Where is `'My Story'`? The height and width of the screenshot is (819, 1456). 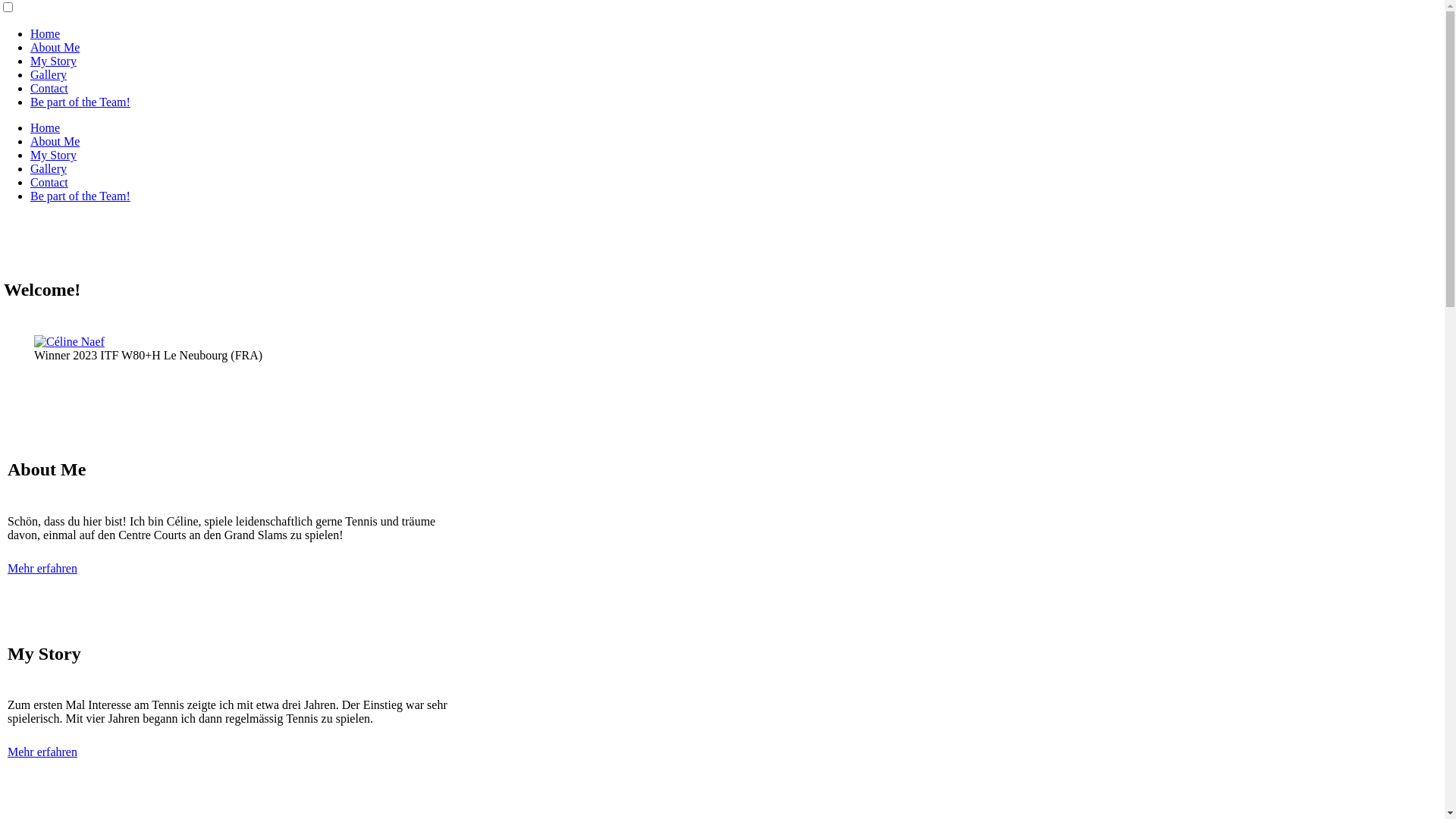 'My Story' is located at coordinates (53, 155).